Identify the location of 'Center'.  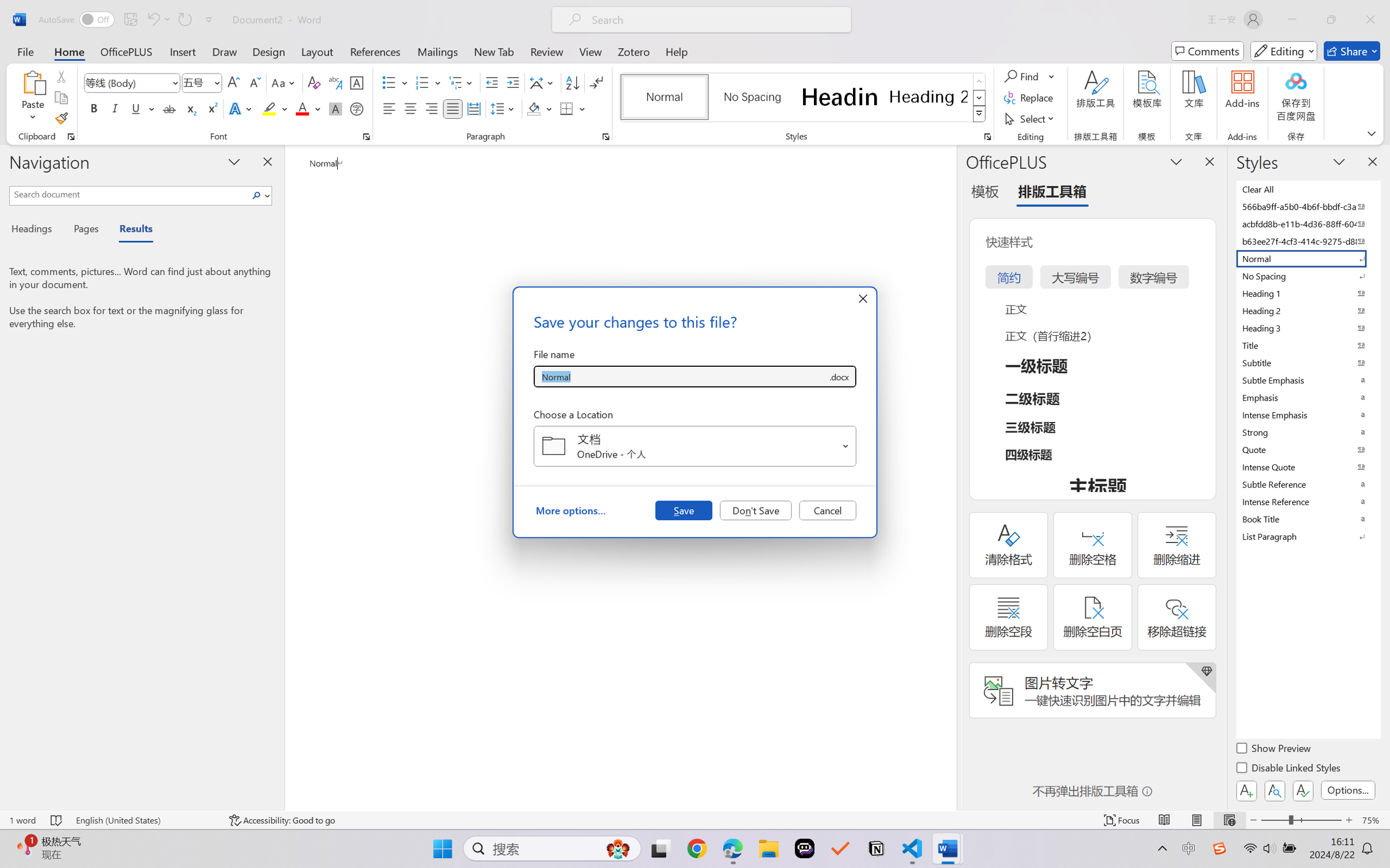
(410, 108).